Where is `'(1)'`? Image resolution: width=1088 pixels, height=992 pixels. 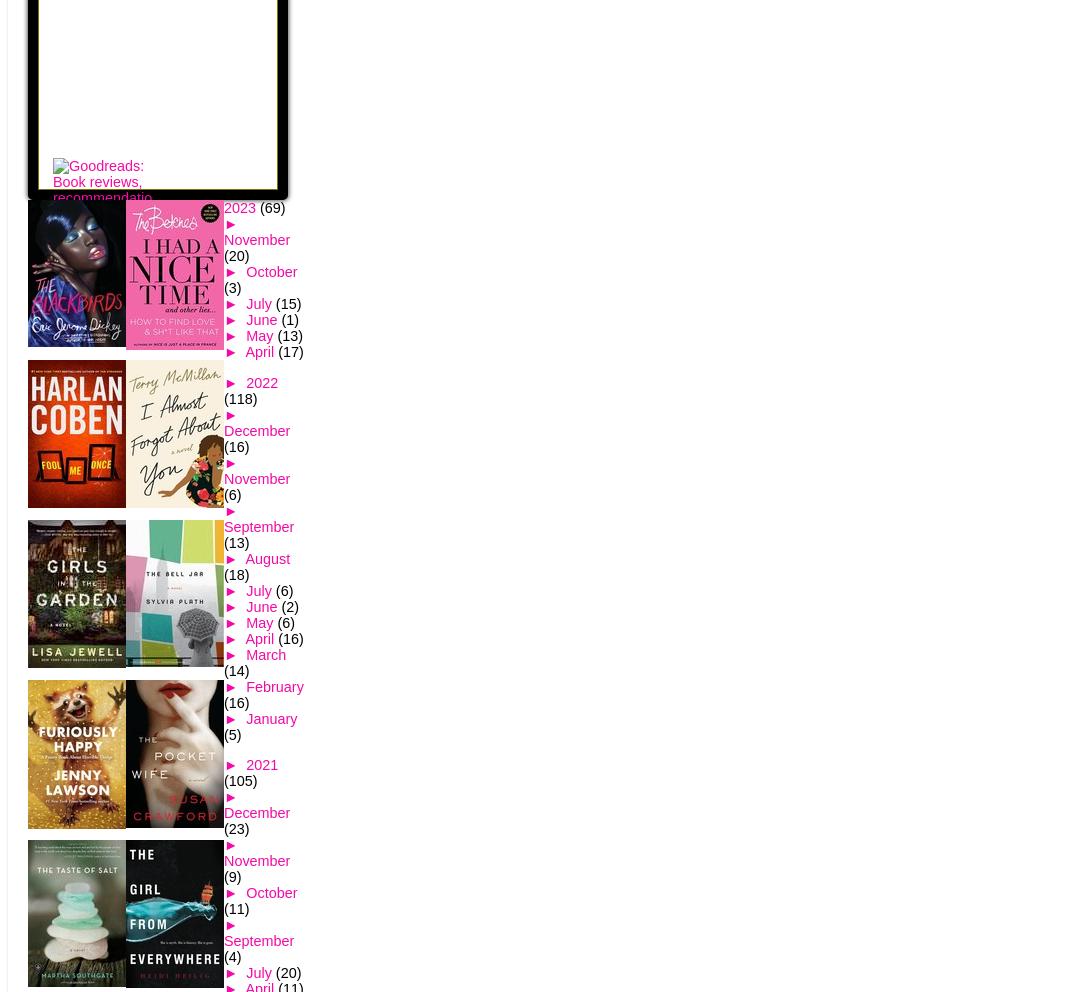 '(1)' is located at coordinates (281, 320).